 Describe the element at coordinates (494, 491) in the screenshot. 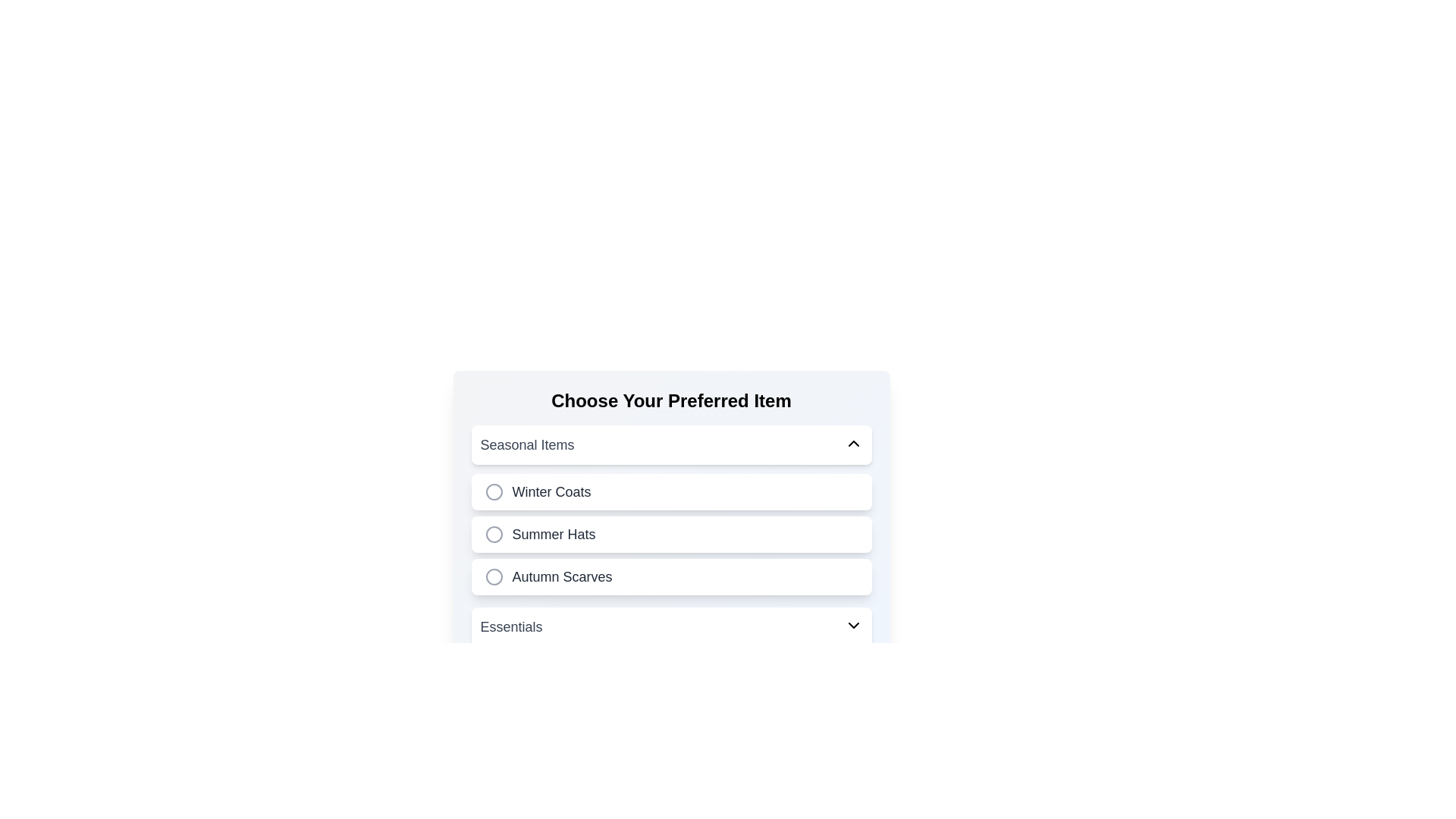

I see `the circular checkbox icon associated with the 'Winter Coats' option, which is styled as an outline with a thin gray border, located in the right section of its row` at that location.